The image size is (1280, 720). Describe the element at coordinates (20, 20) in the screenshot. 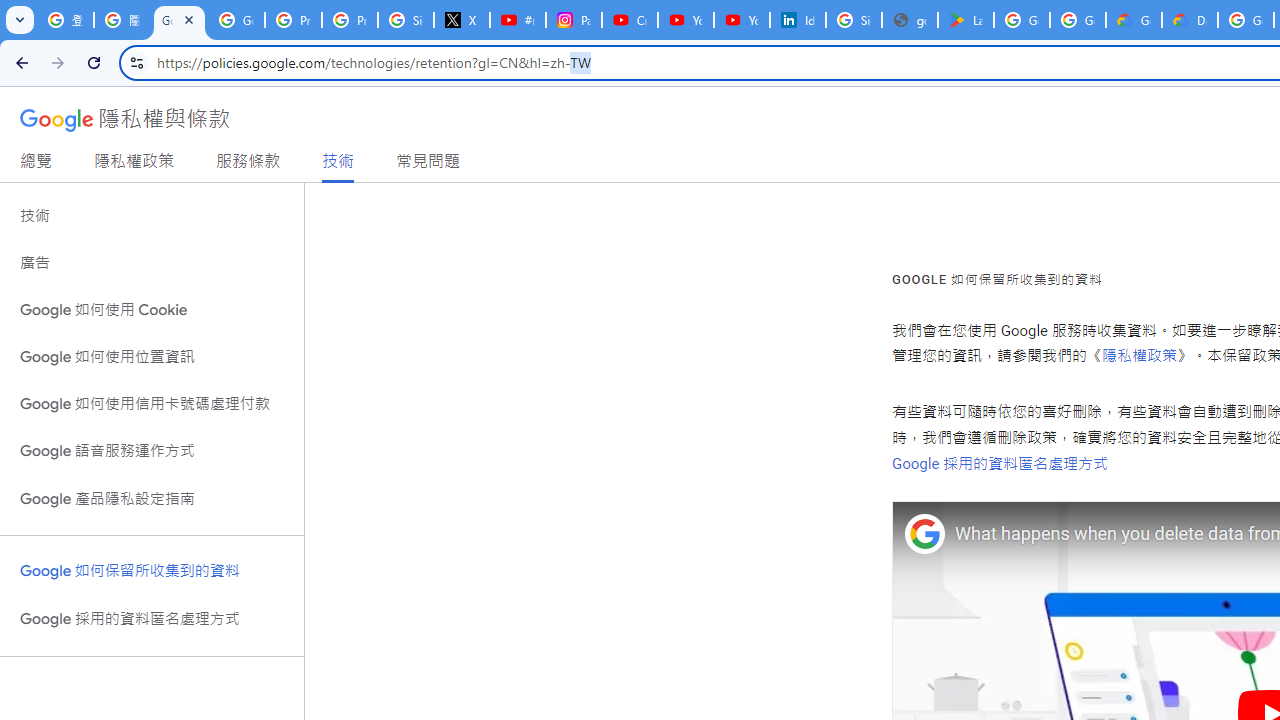

I see `'Search tabs'` at that location.